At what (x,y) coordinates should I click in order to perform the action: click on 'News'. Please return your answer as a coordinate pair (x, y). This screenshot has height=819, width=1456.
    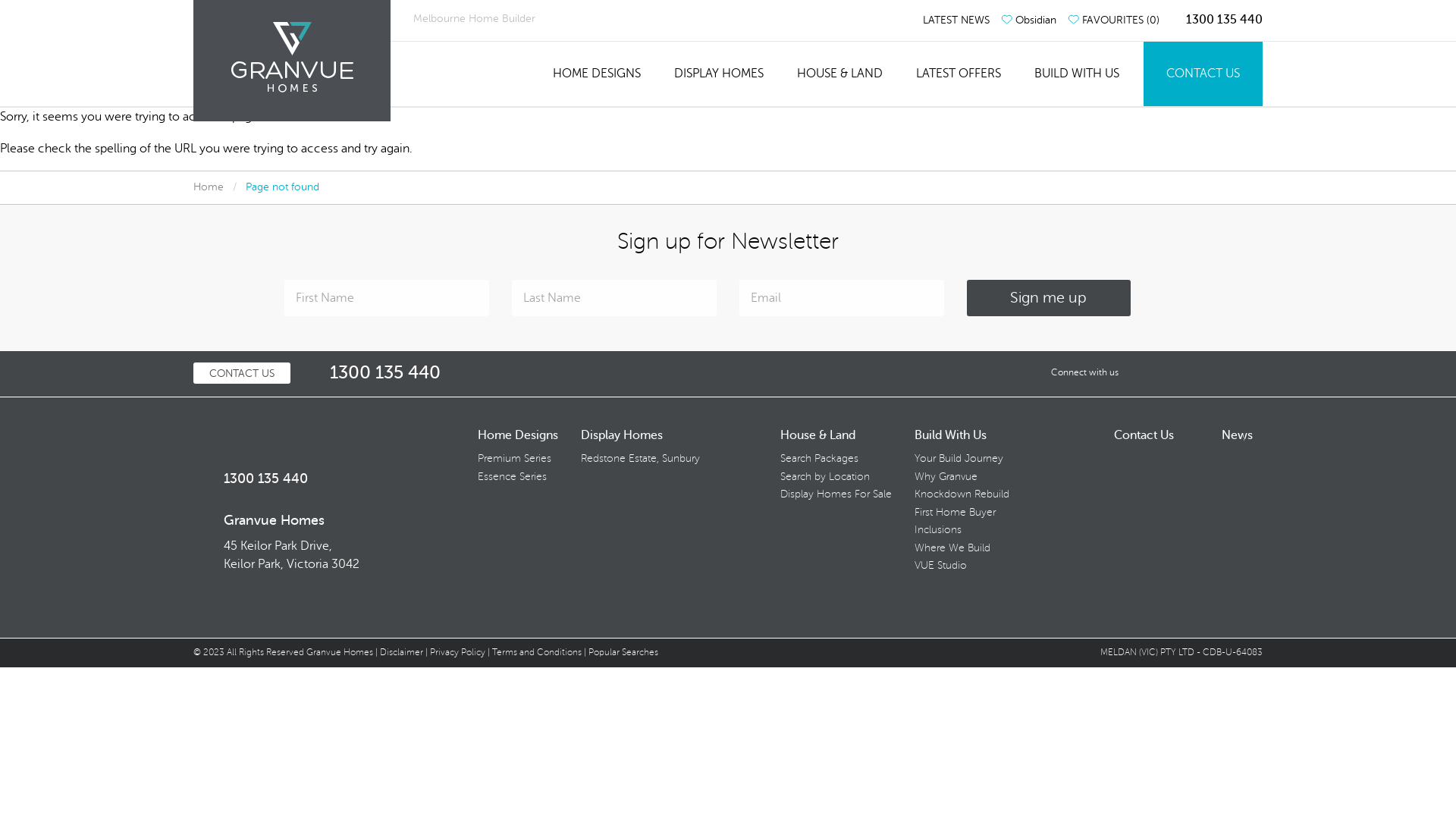
    Looking at the image, I should click on (1237, 435).